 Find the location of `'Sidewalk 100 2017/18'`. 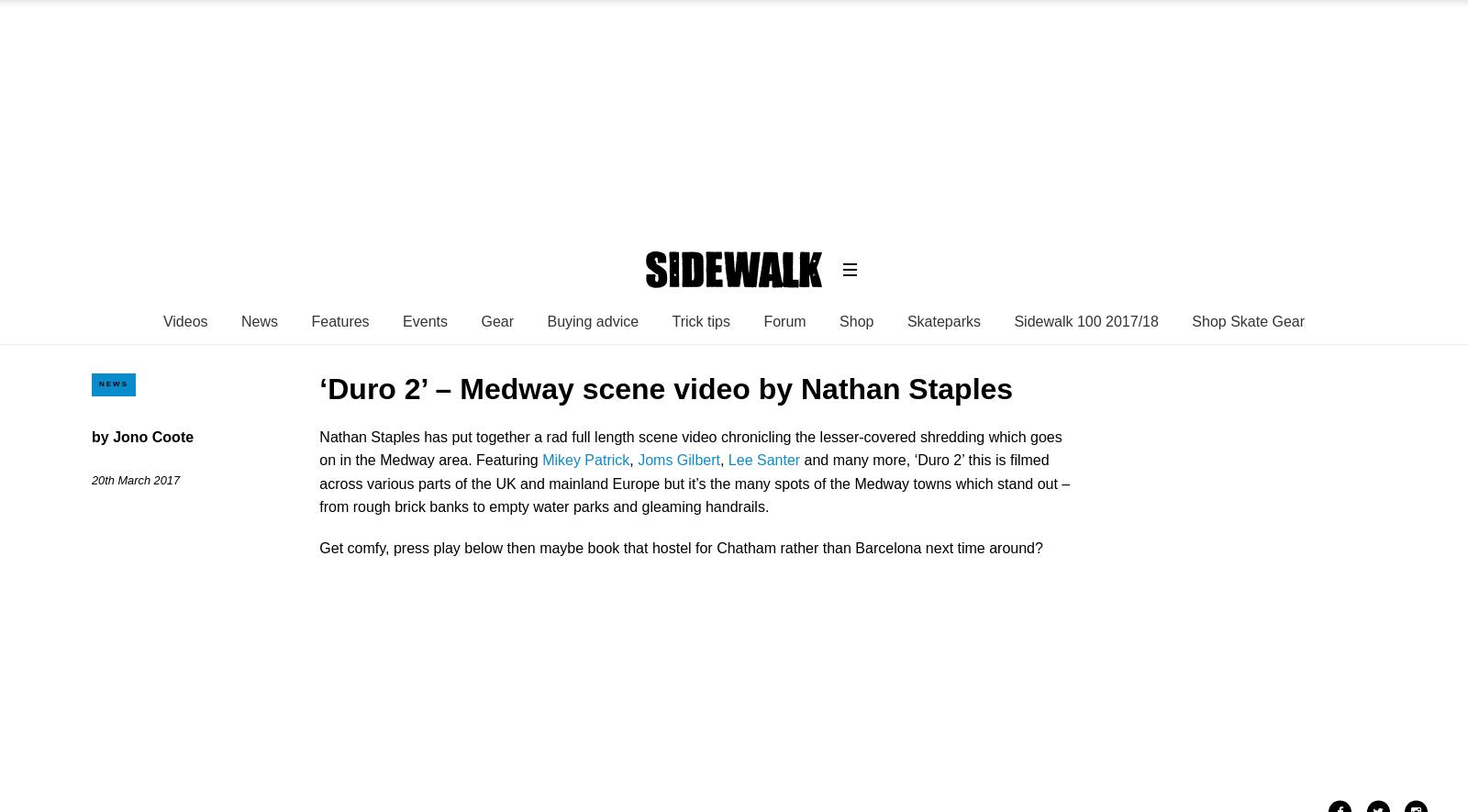

'Sidewalk 100 2017/18' is located at coordinates (1085, 320).